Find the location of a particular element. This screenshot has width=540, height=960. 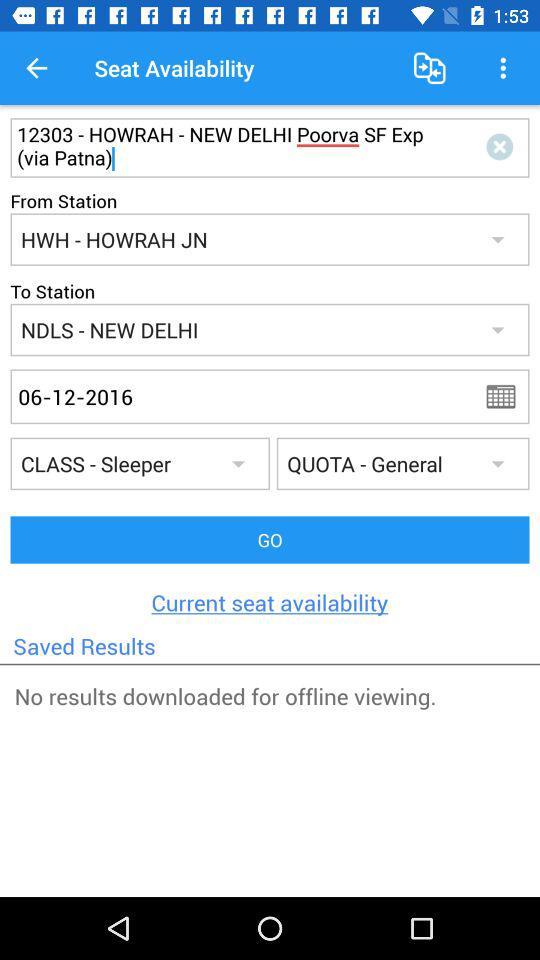

the drop down quota  general is located at coordinates (403, 463).